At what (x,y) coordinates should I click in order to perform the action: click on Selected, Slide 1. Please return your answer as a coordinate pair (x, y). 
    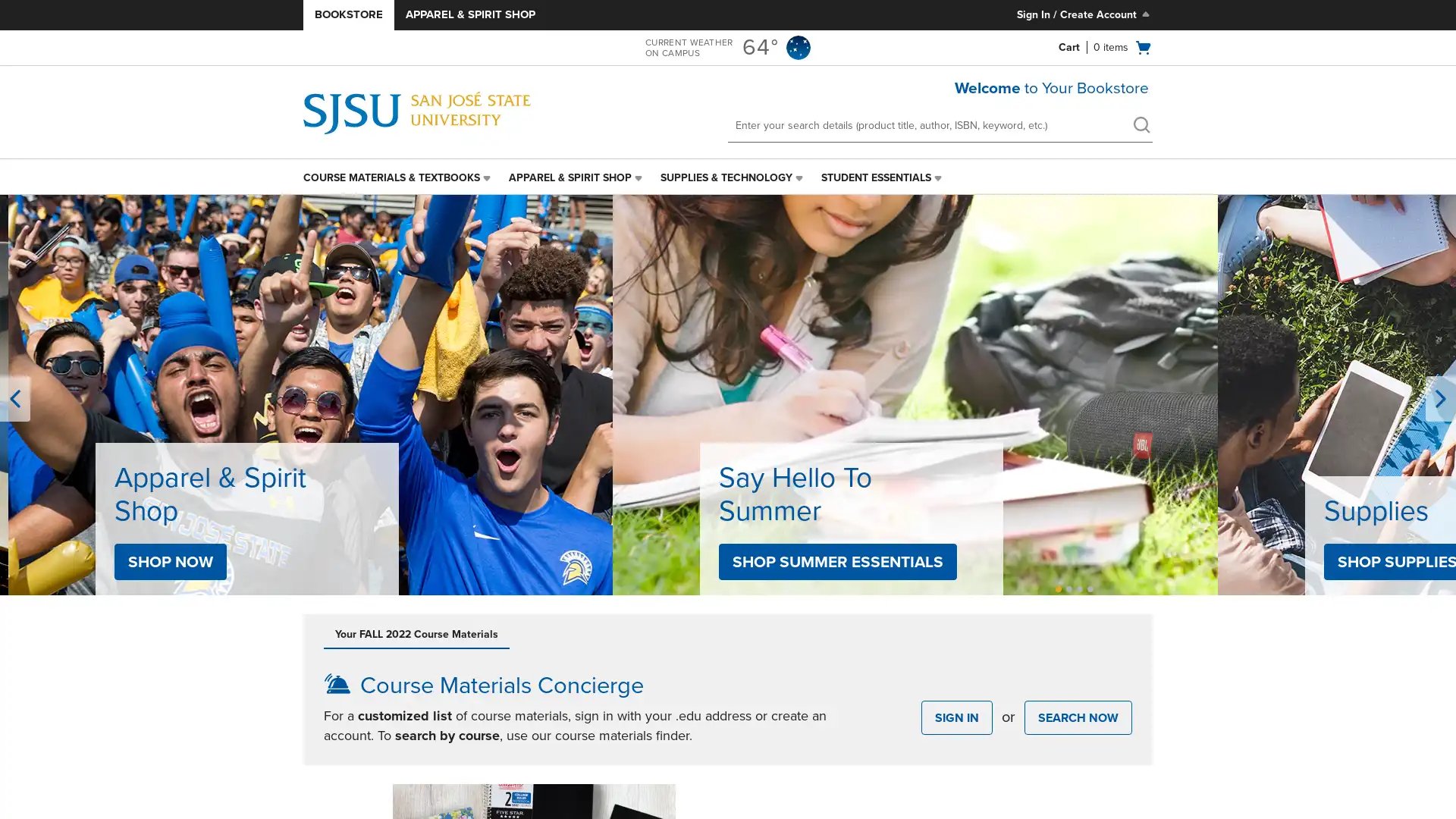
    Looking at the image, I should click on (1058, 588).